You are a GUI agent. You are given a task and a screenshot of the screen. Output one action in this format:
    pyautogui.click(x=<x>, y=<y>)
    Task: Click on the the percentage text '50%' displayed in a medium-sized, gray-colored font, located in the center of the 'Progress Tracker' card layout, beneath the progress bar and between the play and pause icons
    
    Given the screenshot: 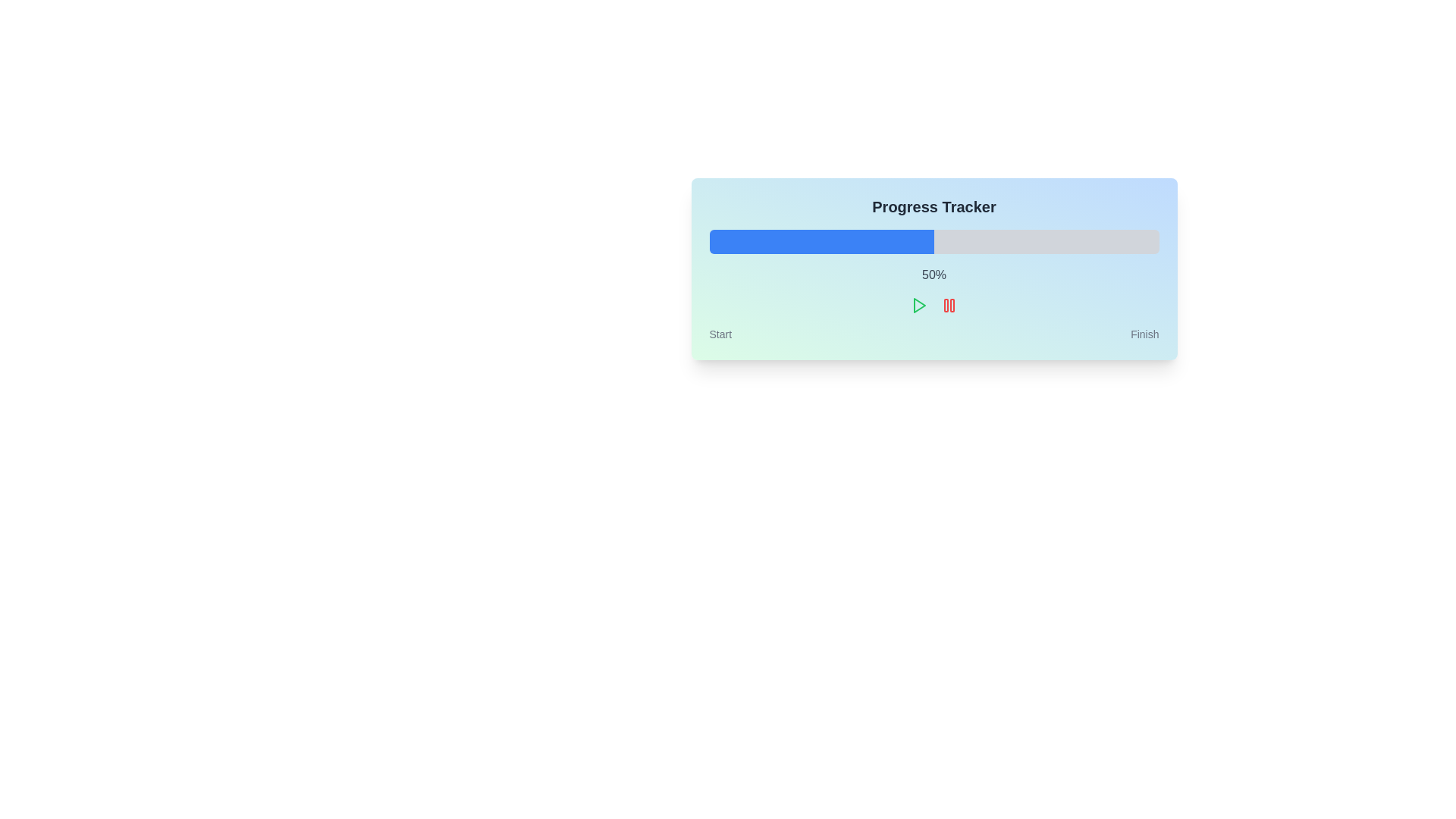 What is the action you would take?
    pyautogui.click(x=934, y=275)
    